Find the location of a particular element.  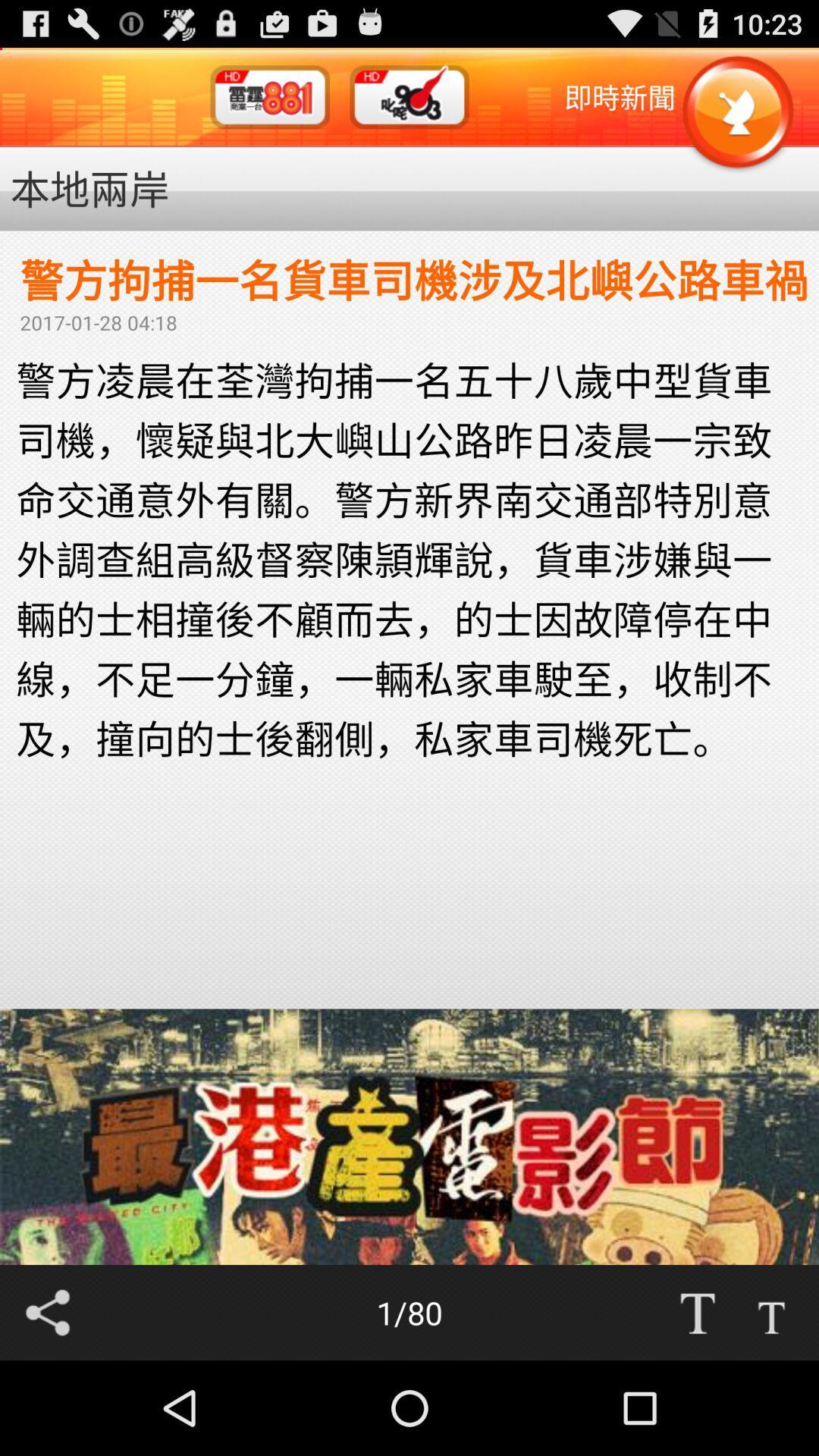

the font icon is located at coordinates (697, 1404).